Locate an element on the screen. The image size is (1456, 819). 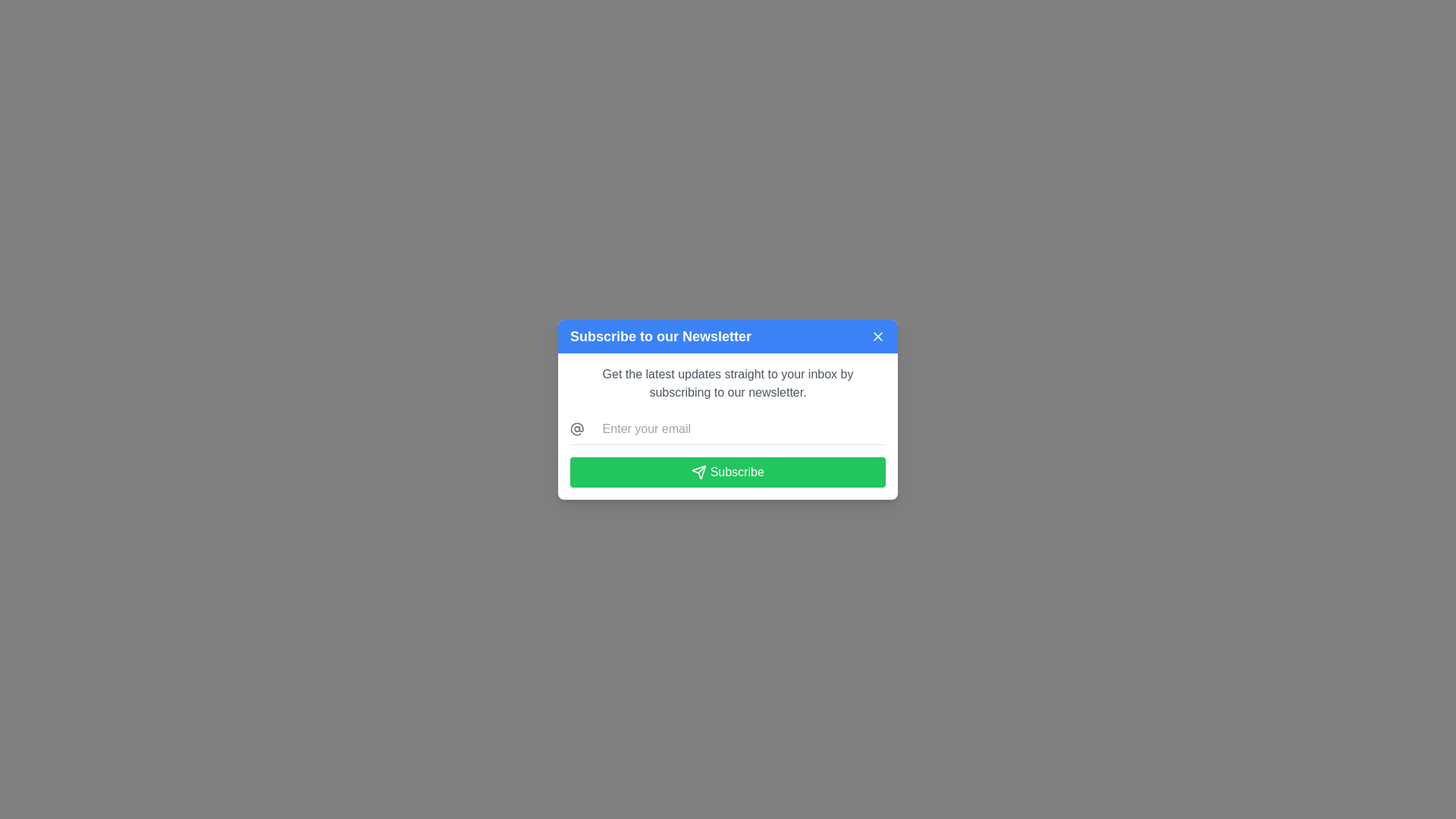
the stylized triangular paper plane icon located within the green 'Subscribe' button is located at coordinates (698, 472).